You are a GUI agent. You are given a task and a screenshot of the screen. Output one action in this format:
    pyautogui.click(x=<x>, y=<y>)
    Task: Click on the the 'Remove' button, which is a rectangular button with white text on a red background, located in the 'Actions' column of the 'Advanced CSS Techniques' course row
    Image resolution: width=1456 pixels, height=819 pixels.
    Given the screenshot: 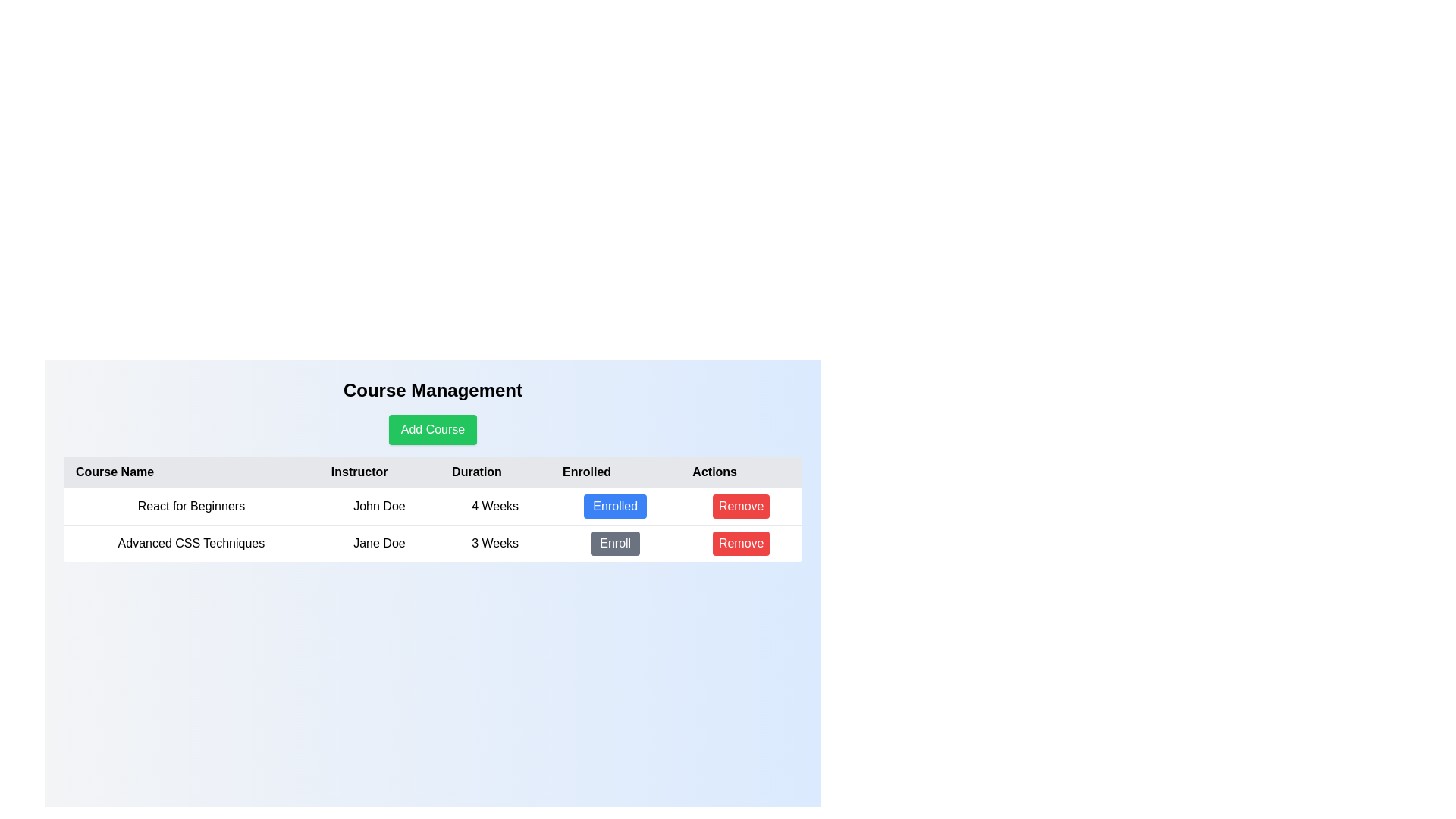 What is the action you would take?
    pyautogui.click(x=741, y=543)
    